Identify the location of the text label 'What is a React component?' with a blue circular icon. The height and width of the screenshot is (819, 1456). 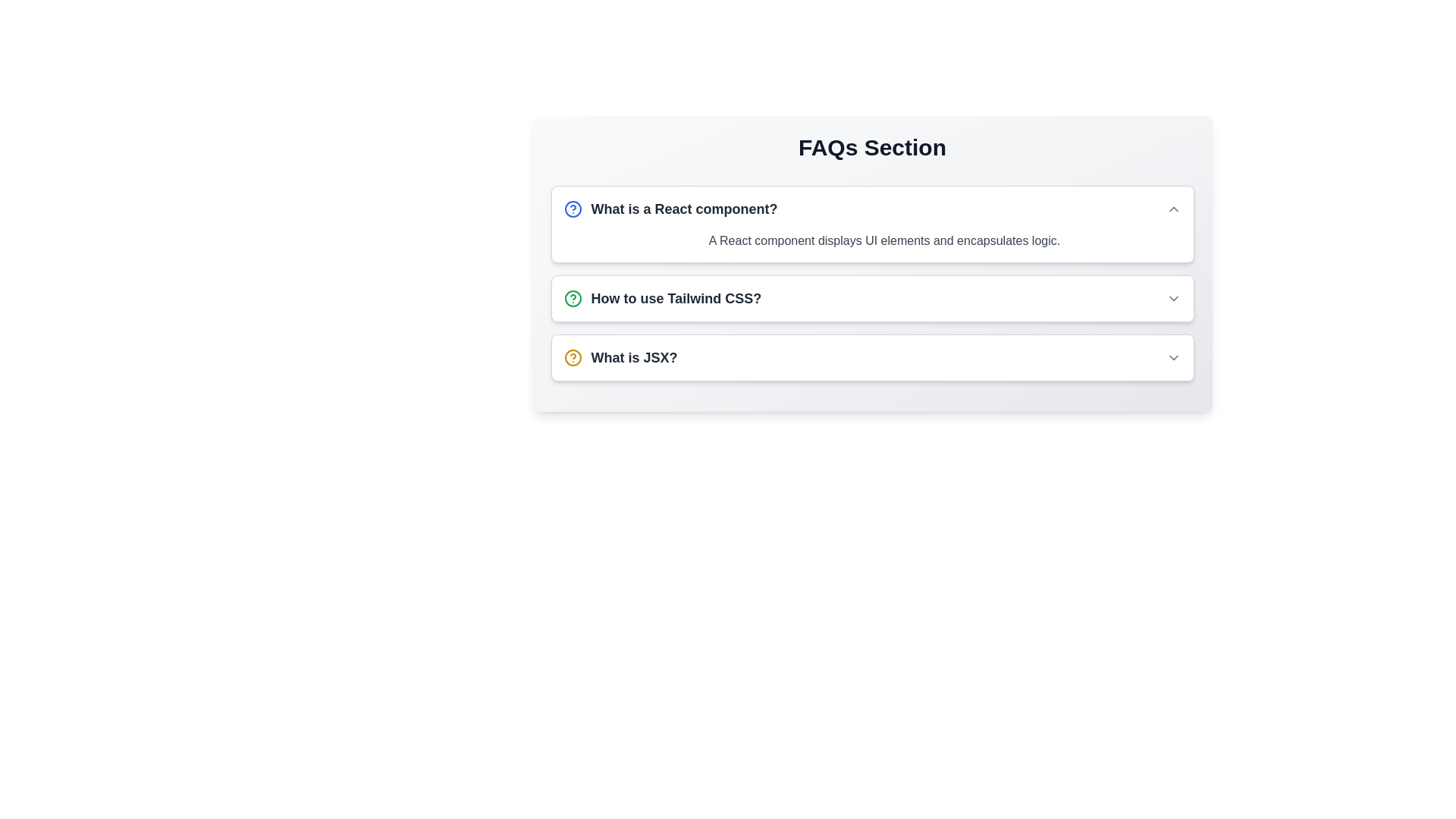
(670, 209).